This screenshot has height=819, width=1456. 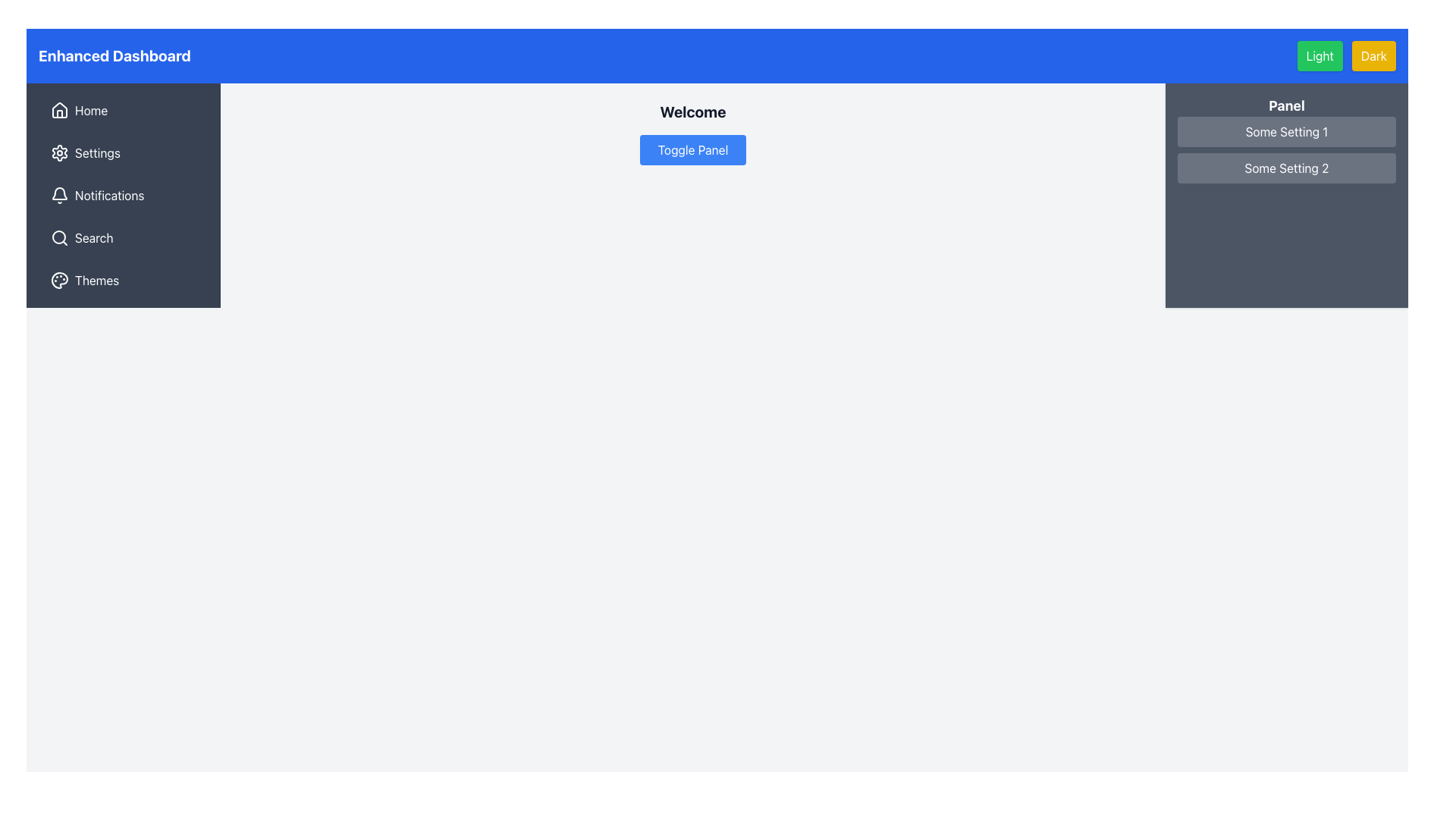 I want to click on the inner circle of the magnifying glass icon in the vertical menu on the left sidebar, so click(x=58, y=237).